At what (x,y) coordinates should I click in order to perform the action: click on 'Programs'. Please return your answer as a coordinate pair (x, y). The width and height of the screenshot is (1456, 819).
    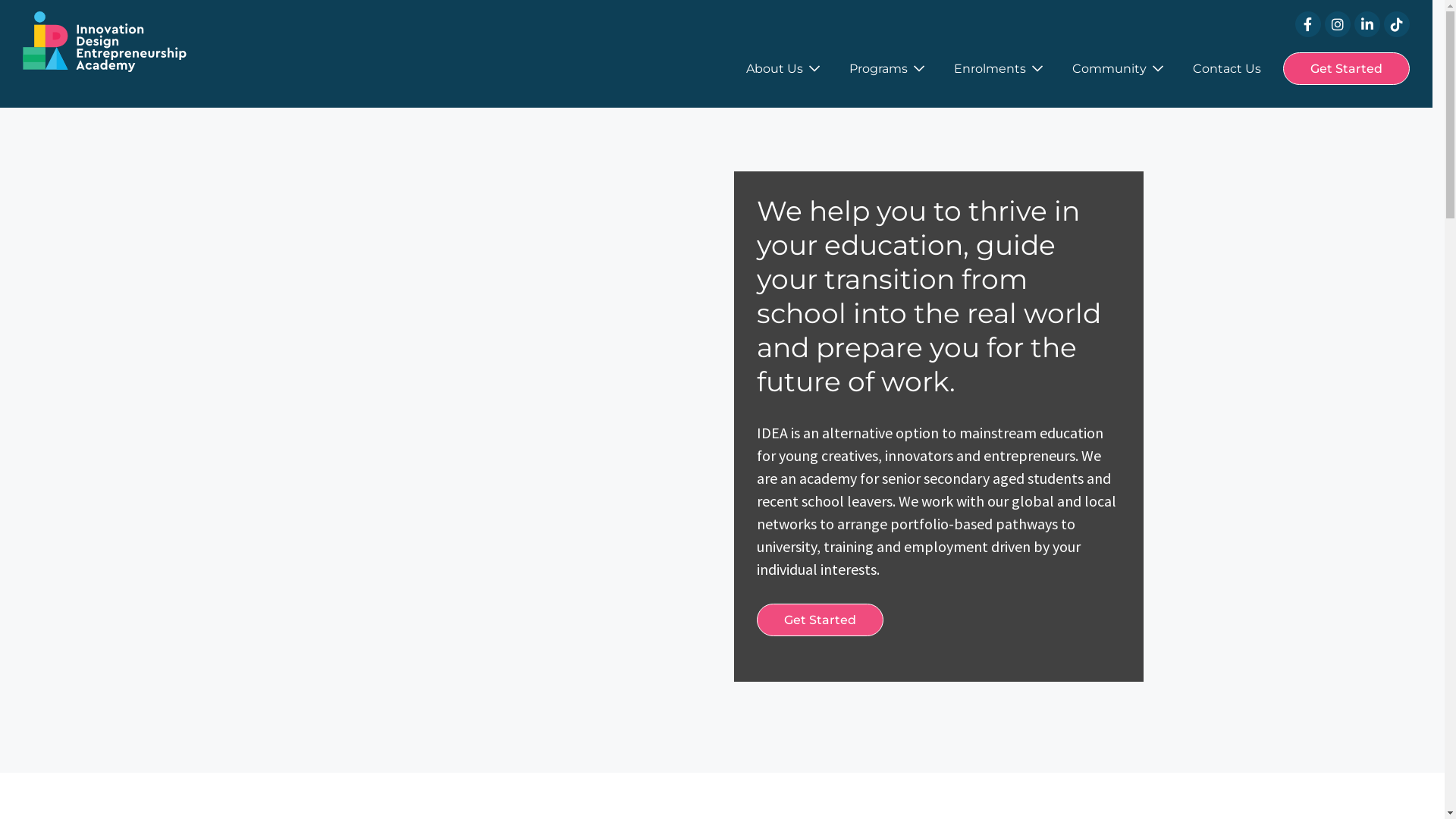
    Looking at the image, I should click on (886, 68).